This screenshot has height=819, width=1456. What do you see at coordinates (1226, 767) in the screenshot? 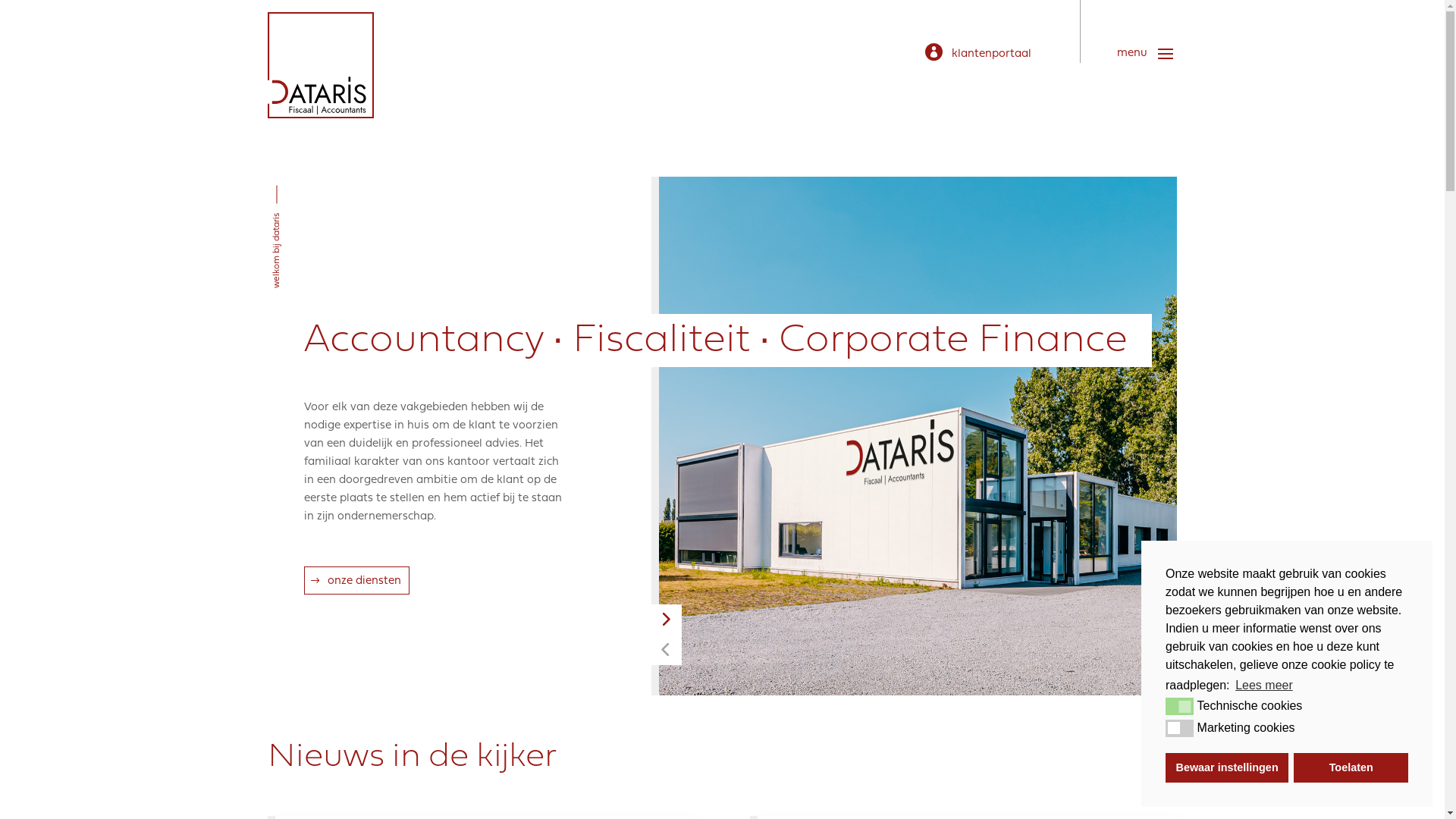
I see `'Bewaar instellingen'` at bounding box center [1226, 767].